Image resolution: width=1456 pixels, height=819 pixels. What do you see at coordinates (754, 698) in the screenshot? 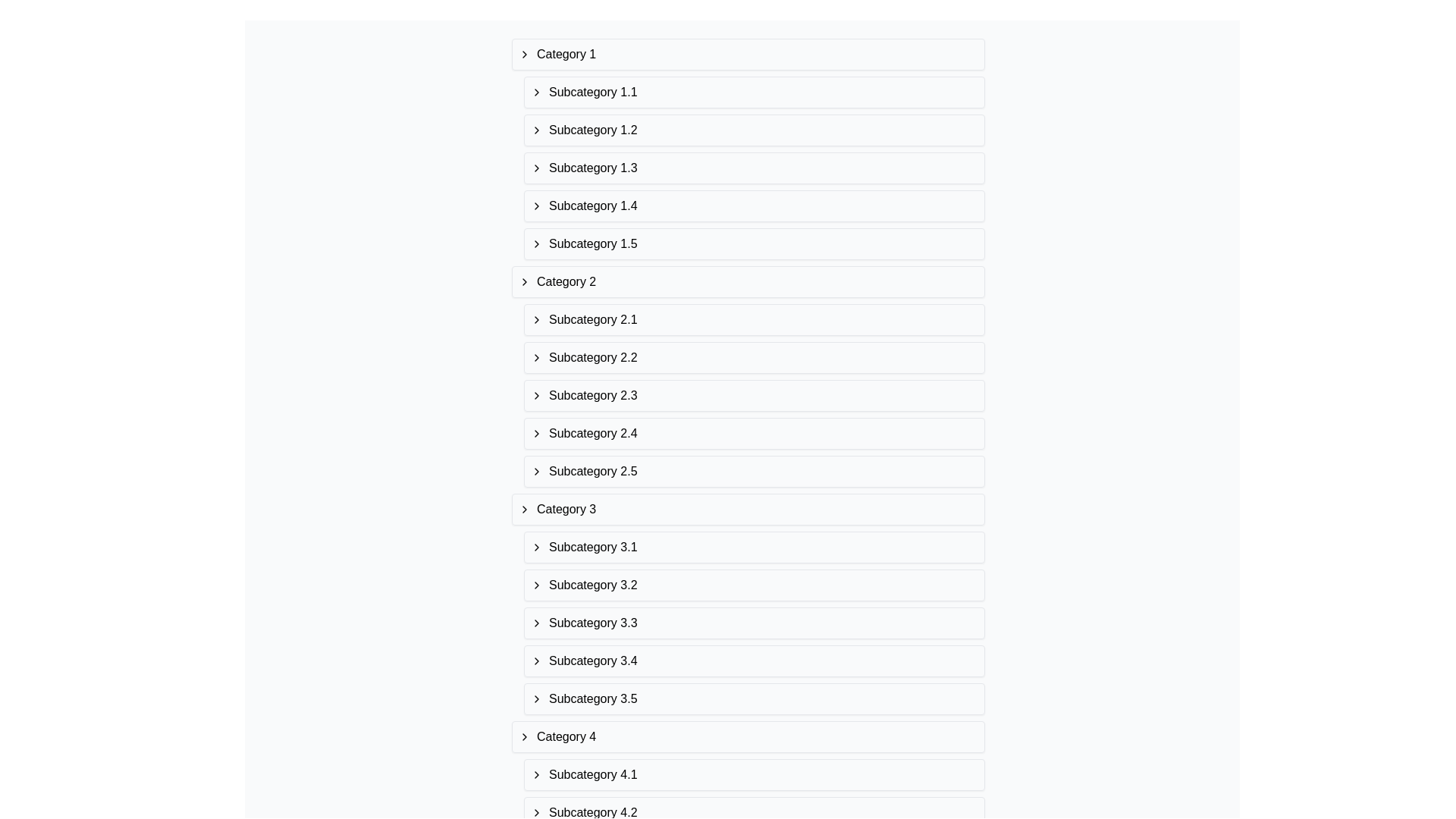
I see `the fifth menu item under 'Category 3', which is labeled 'Subcategory 3.5'` at bounding box center [754, 698].